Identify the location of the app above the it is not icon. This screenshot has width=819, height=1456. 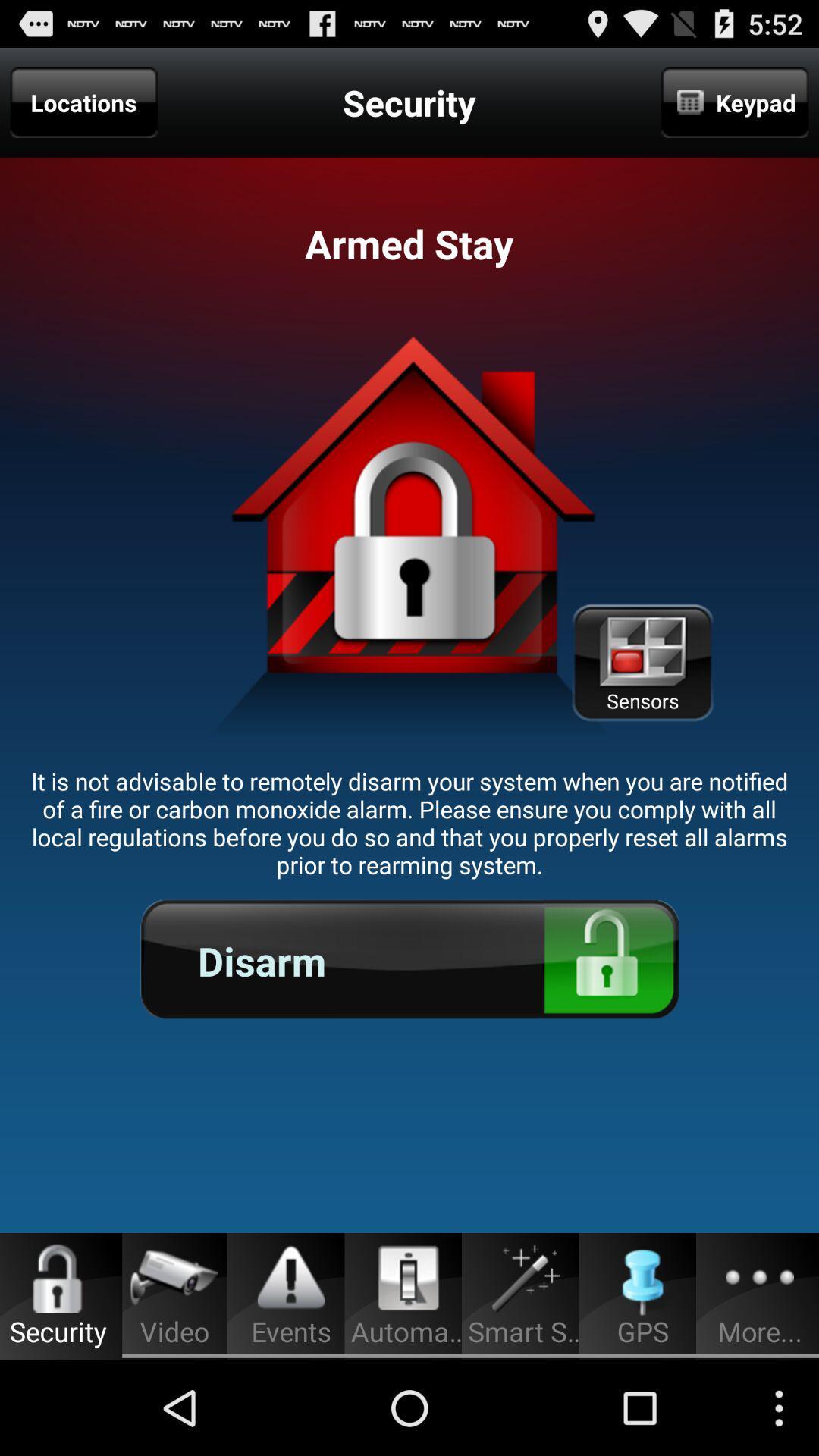
(642, 663).